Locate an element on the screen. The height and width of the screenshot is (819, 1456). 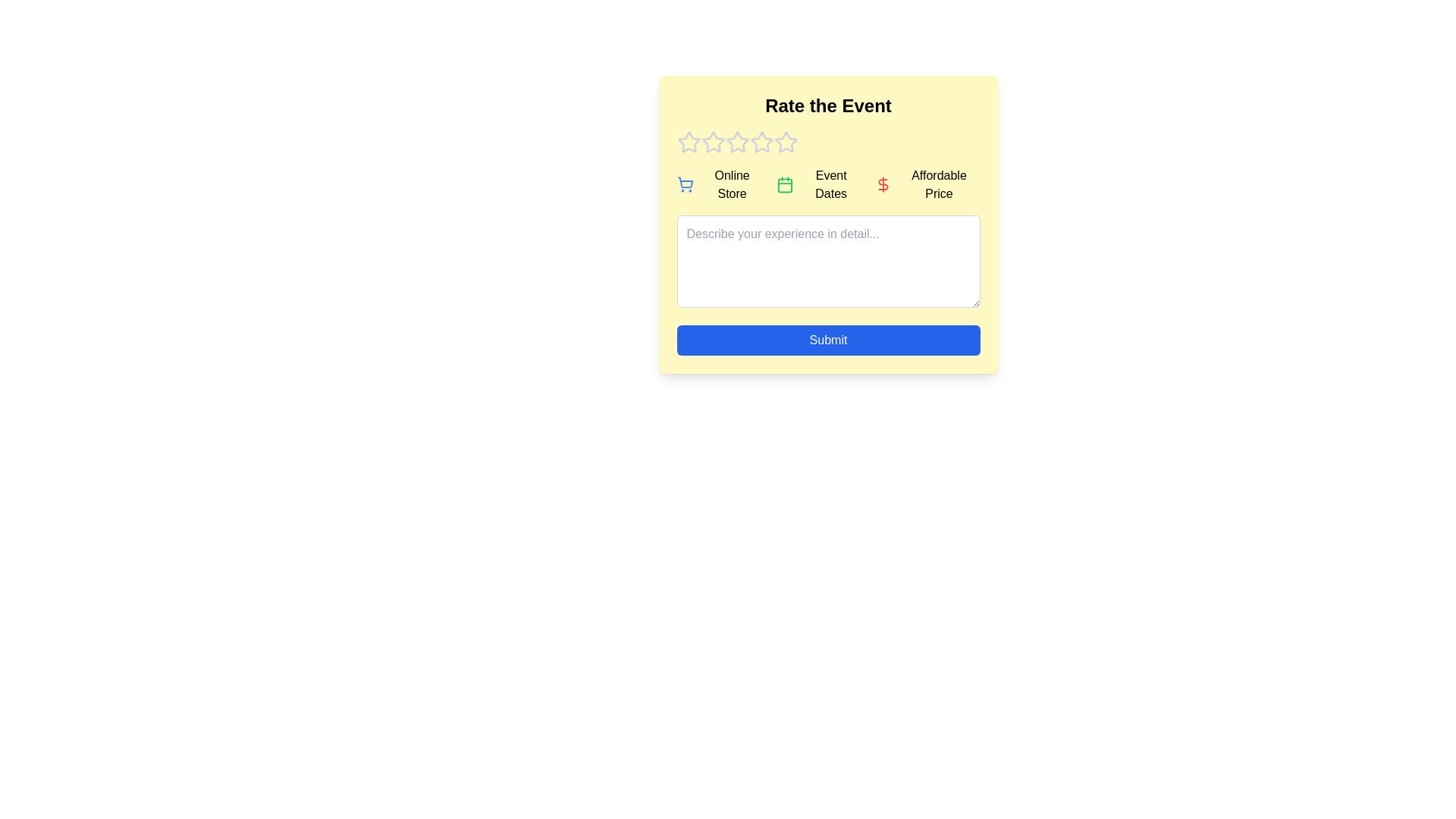
the event rating to 2 stars by clicking on the corresponding star is located at coordinates (712, 143).